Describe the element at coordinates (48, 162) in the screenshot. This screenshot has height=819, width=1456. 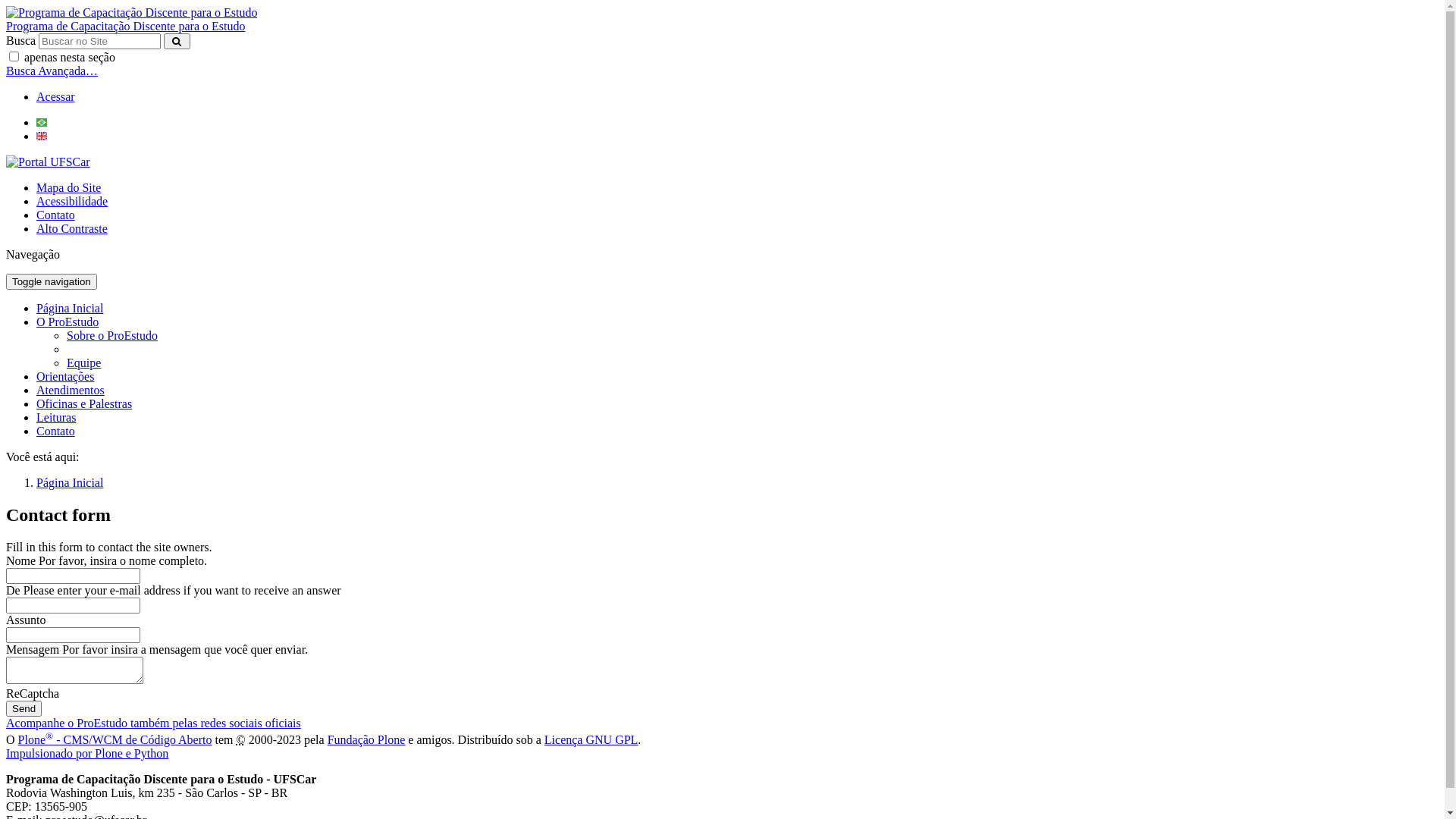
I see `'Portal UFSCar'` at that location.